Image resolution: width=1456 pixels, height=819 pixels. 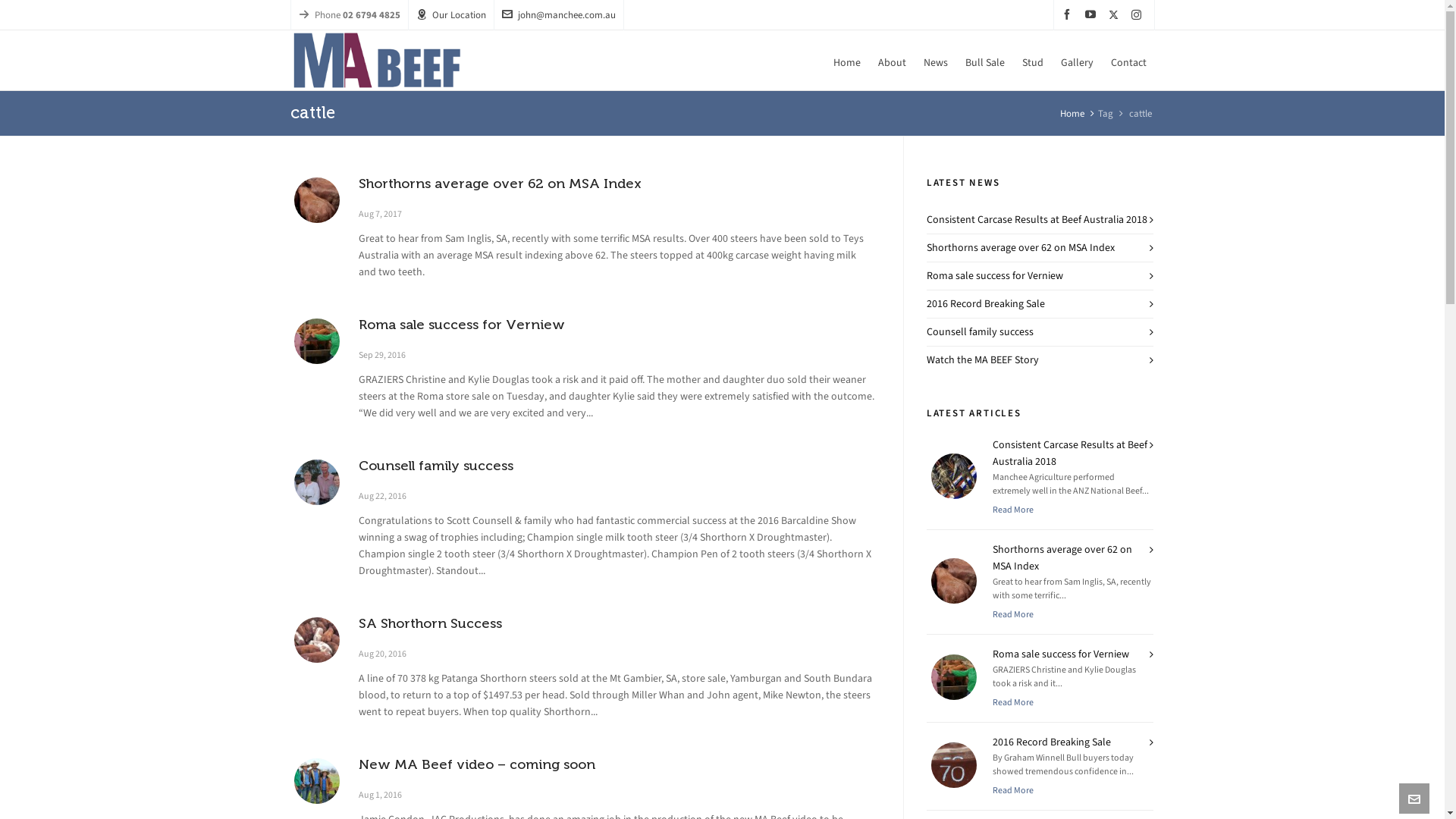 What do you see at coordinates (1076, 60) in the screenshot?
I see `'Gallery'` at bounding box center [1076, 60].